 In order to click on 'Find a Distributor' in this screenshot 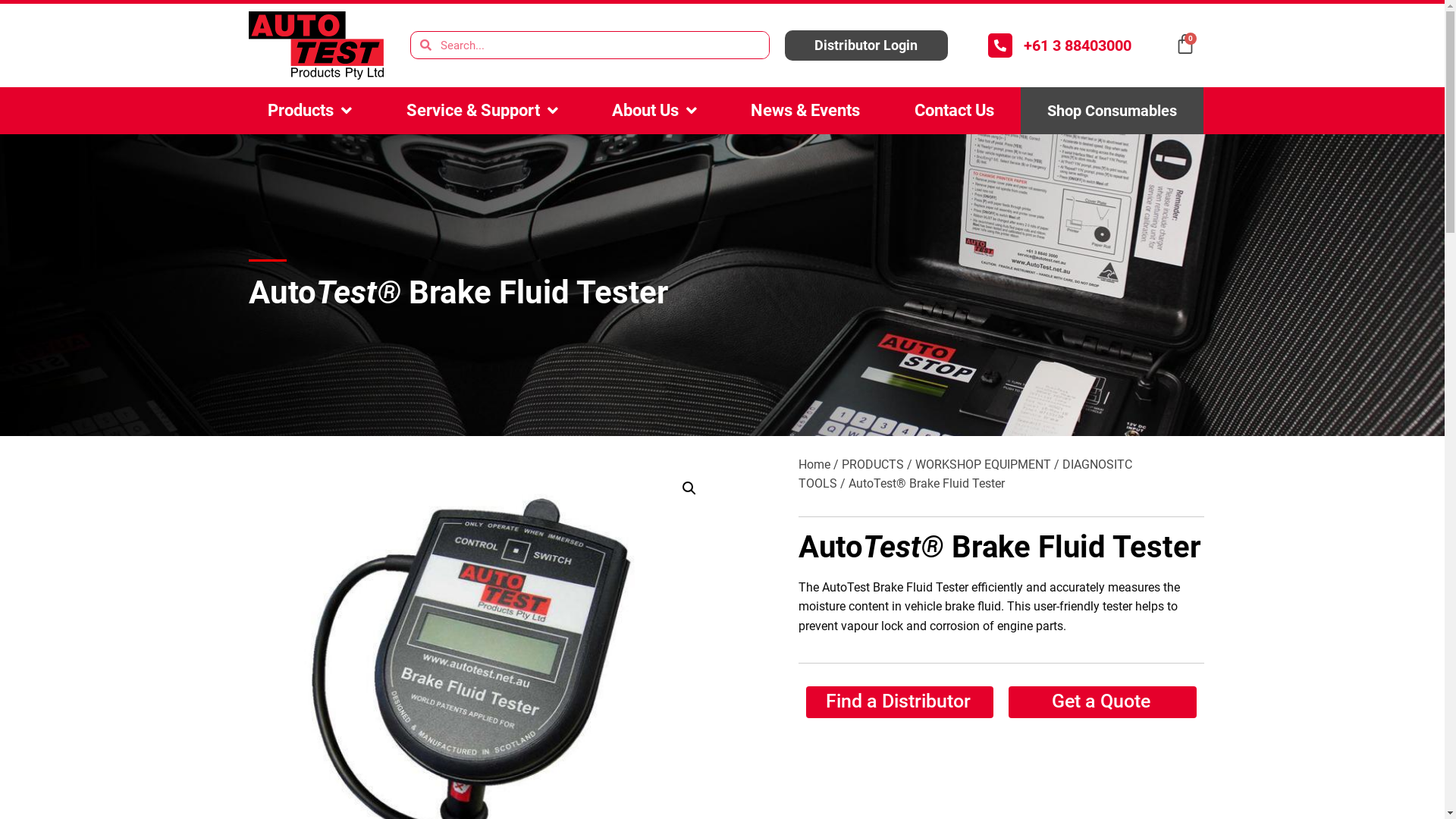, I will do `click(899, 701)`.